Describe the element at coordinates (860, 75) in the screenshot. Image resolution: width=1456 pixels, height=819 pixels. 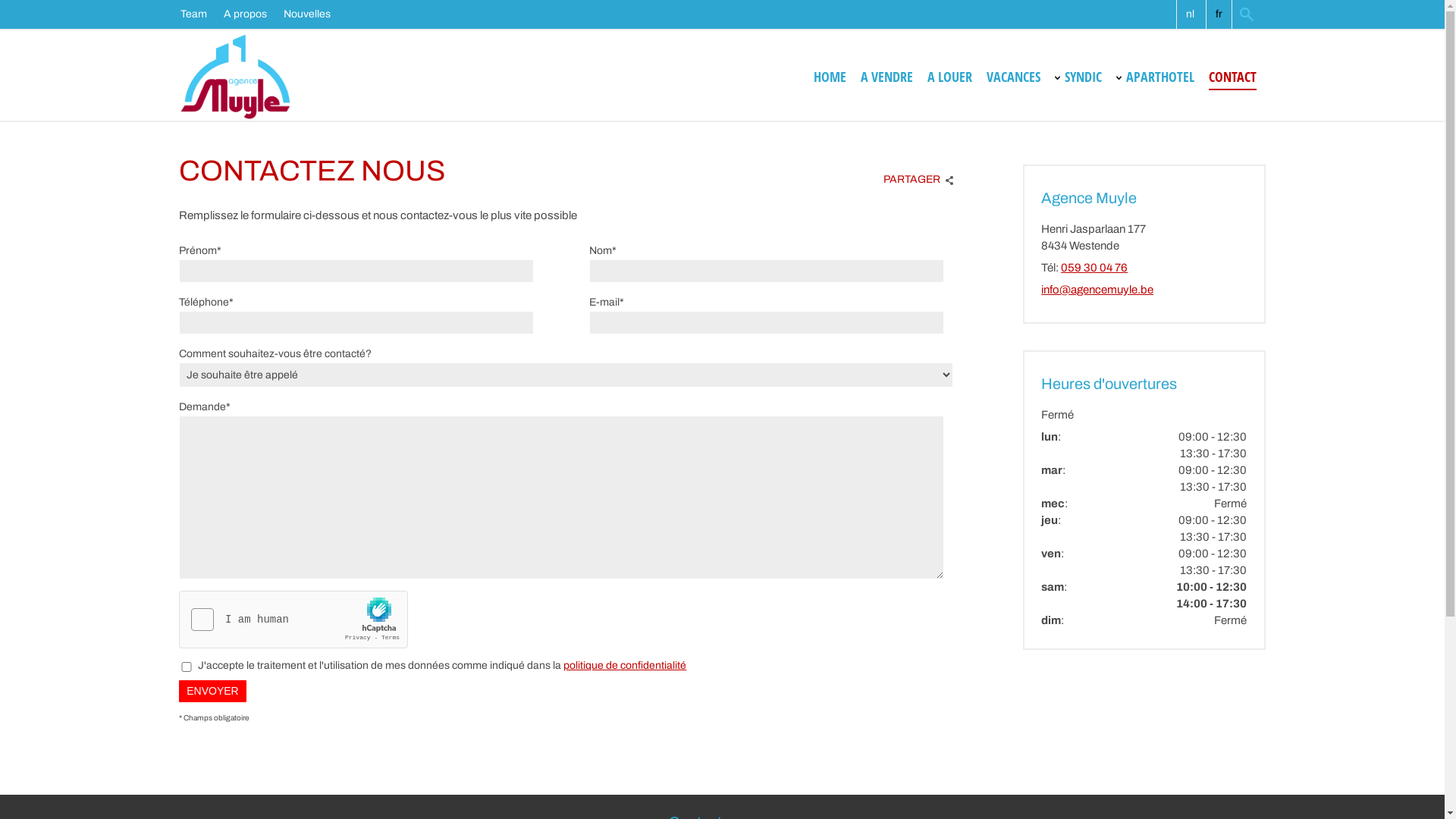
I see `'A VENDRE'` at that location.